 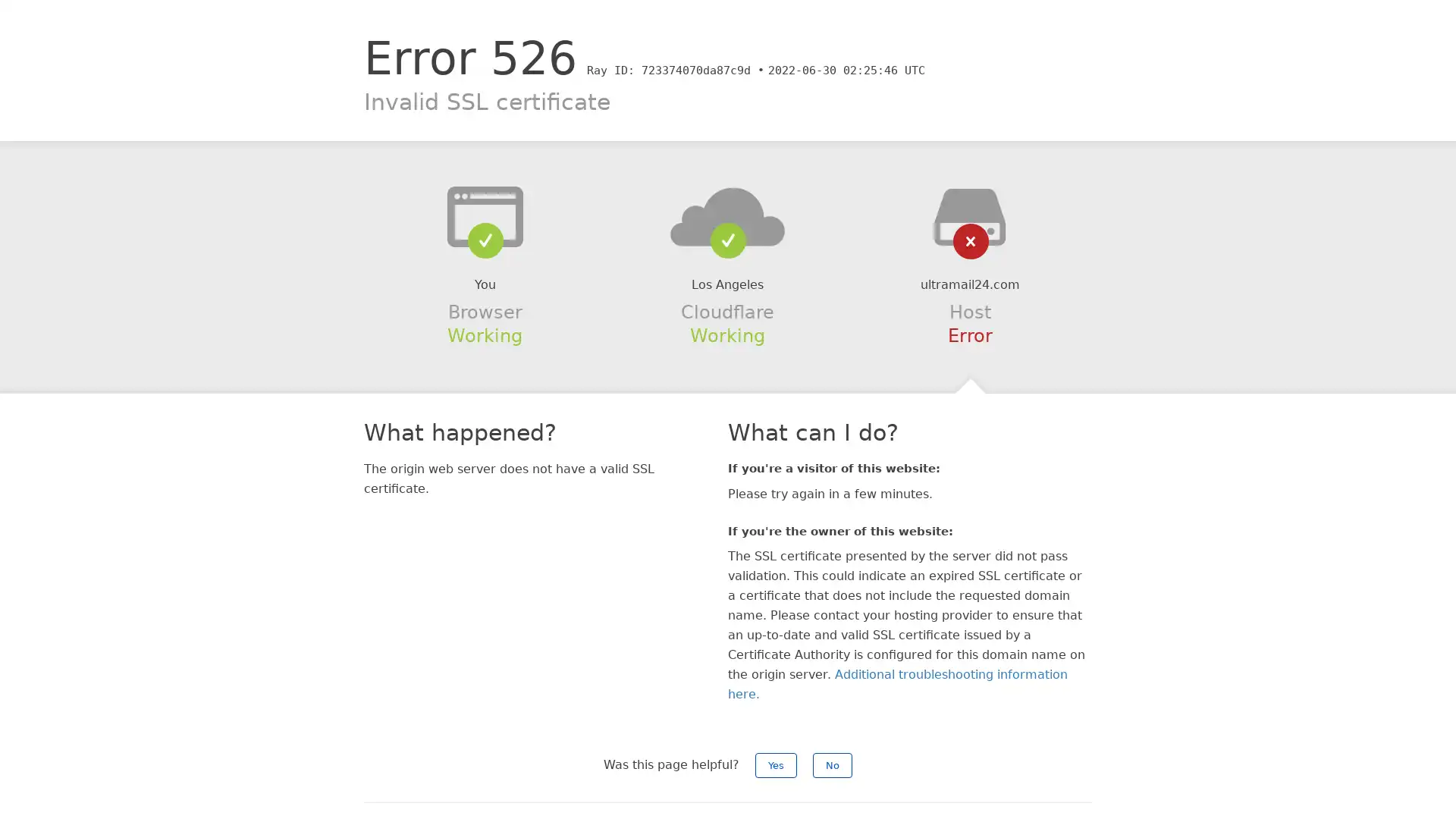 I want to click on Yes, so click(x=776, y=765).